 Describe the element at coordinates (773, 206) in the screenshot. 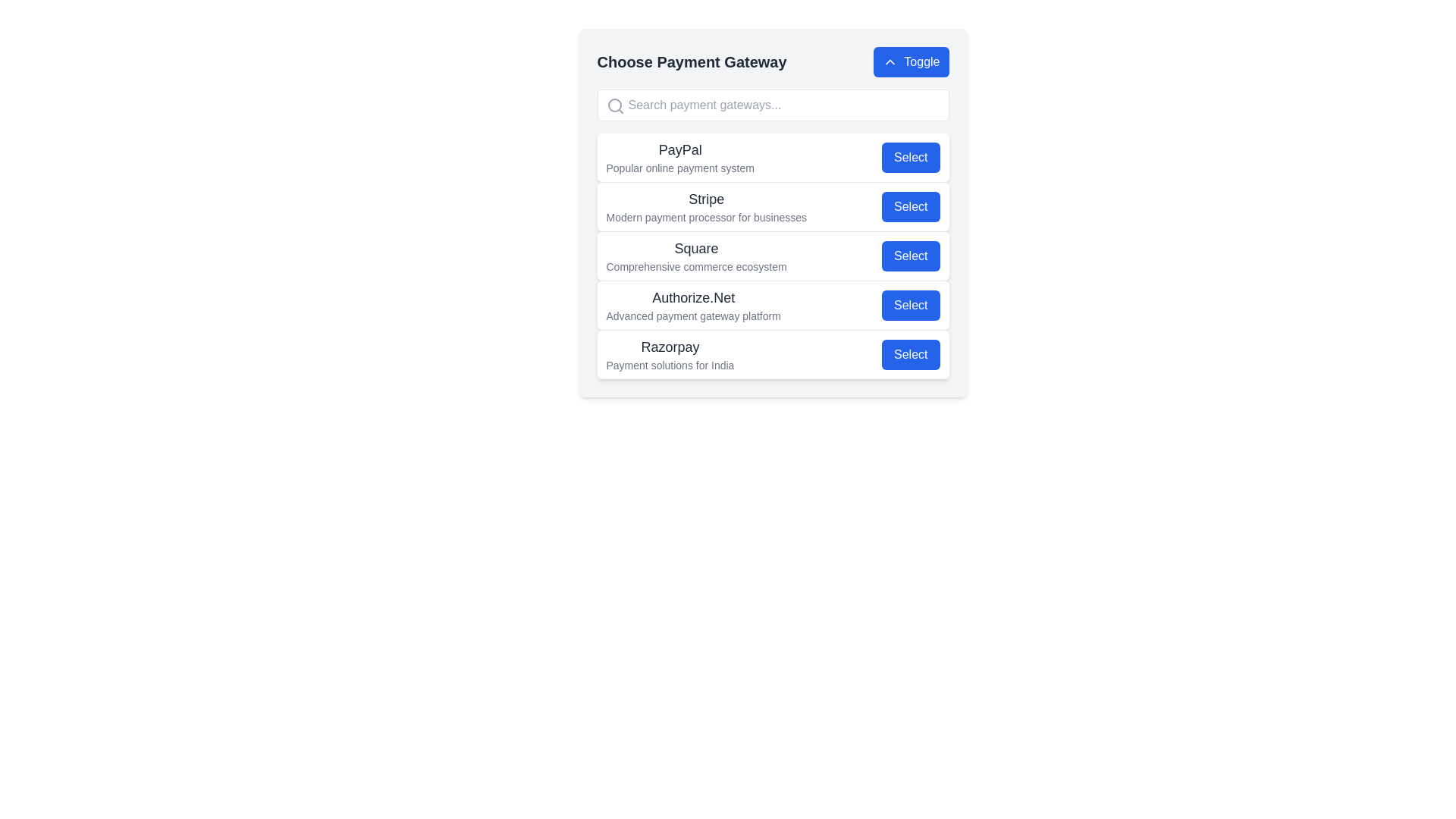

I see `the 'Select' button of the second payment gateway option, which is the 'Stripe' element containing a title and subtitle, to read the description of its features` at that location.